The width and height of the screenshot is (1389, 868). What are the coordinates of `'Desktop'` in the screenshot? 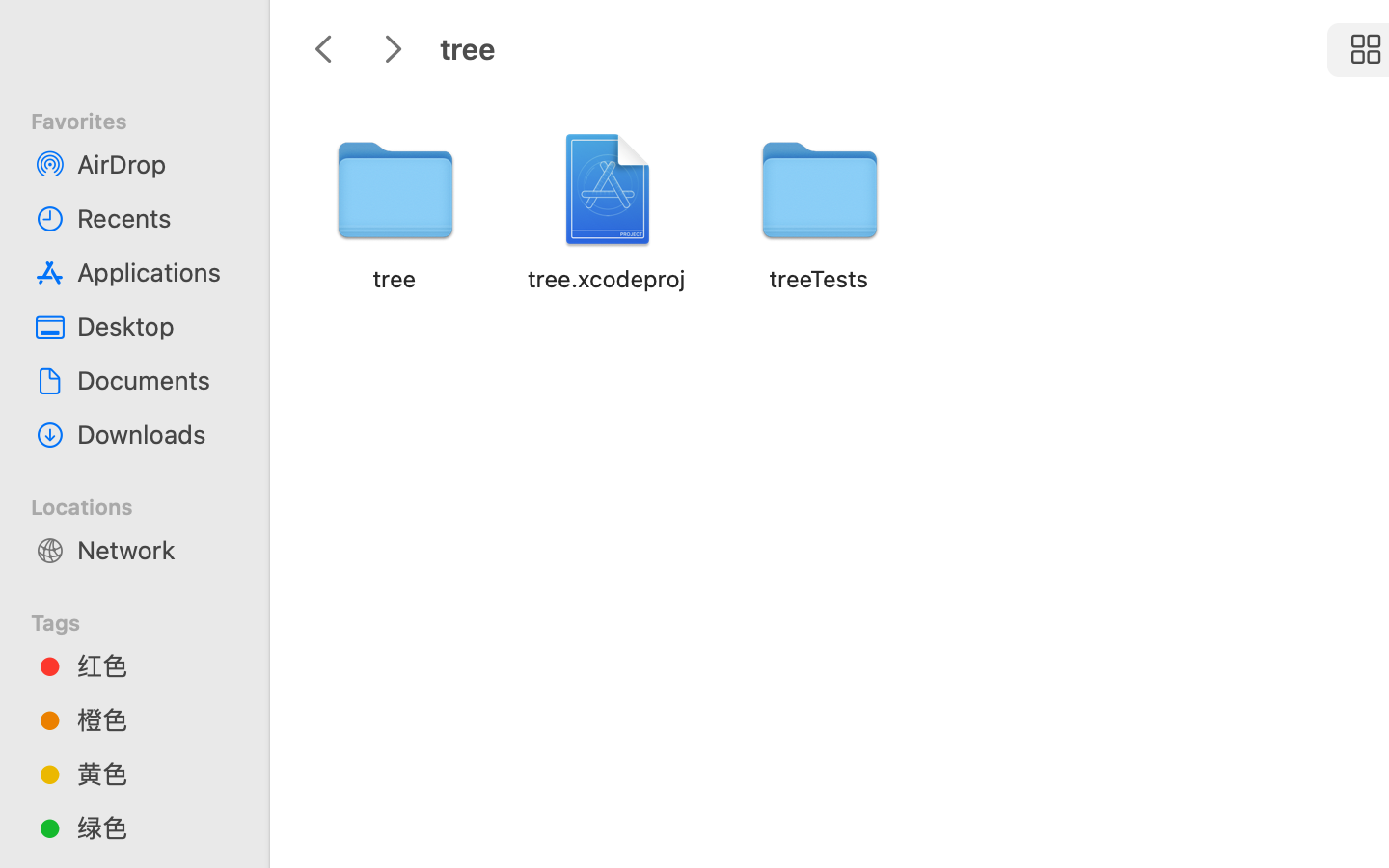 It's located at (153, 326).